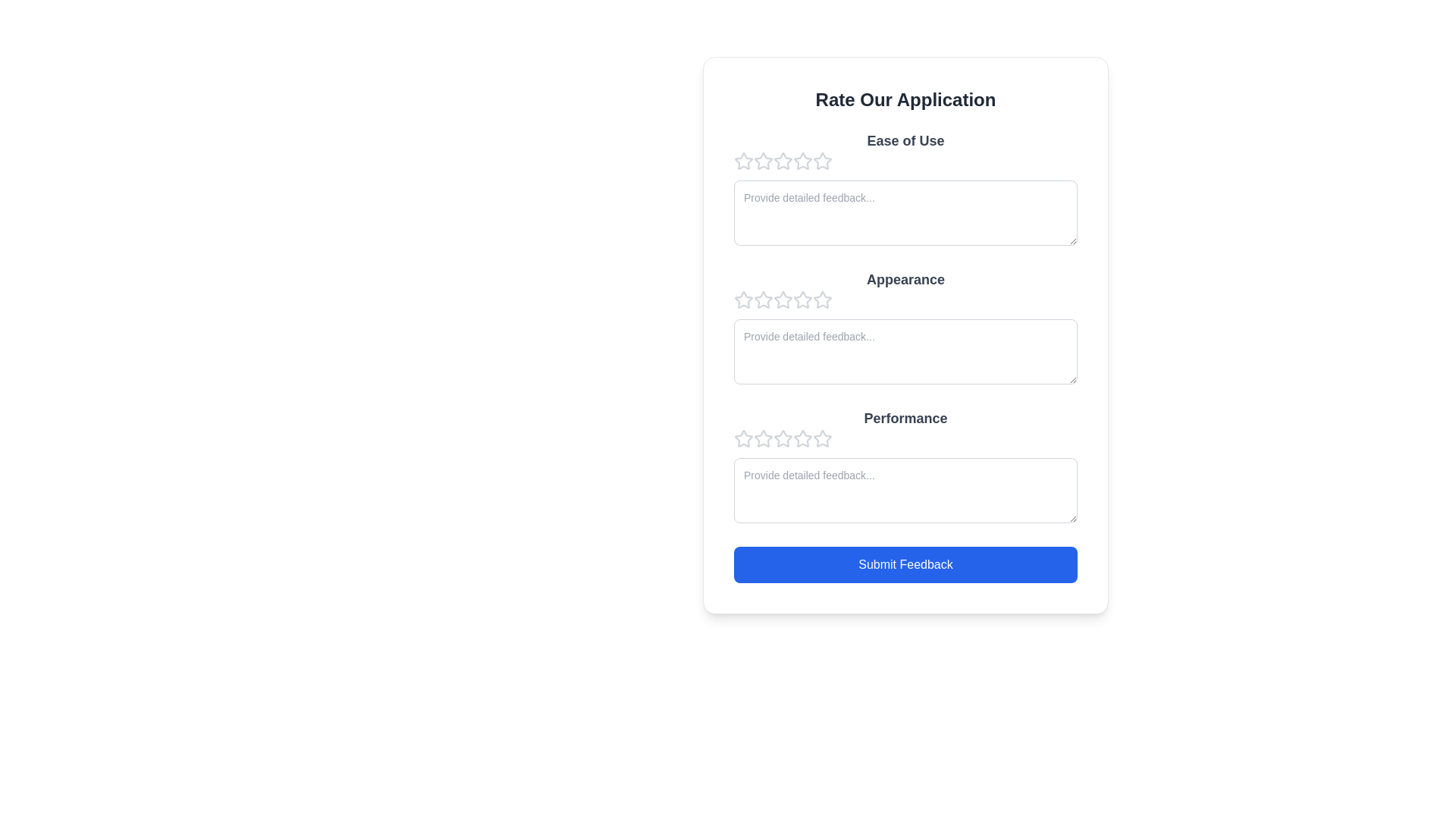  What do you see at coordinates (905, 99) in the screenshot?
I see `the prominent heading text labeled 'Rate Our Application', which is styled with a bold font and is positioned at the top of the feedback form` at bounding box center [905, 99].